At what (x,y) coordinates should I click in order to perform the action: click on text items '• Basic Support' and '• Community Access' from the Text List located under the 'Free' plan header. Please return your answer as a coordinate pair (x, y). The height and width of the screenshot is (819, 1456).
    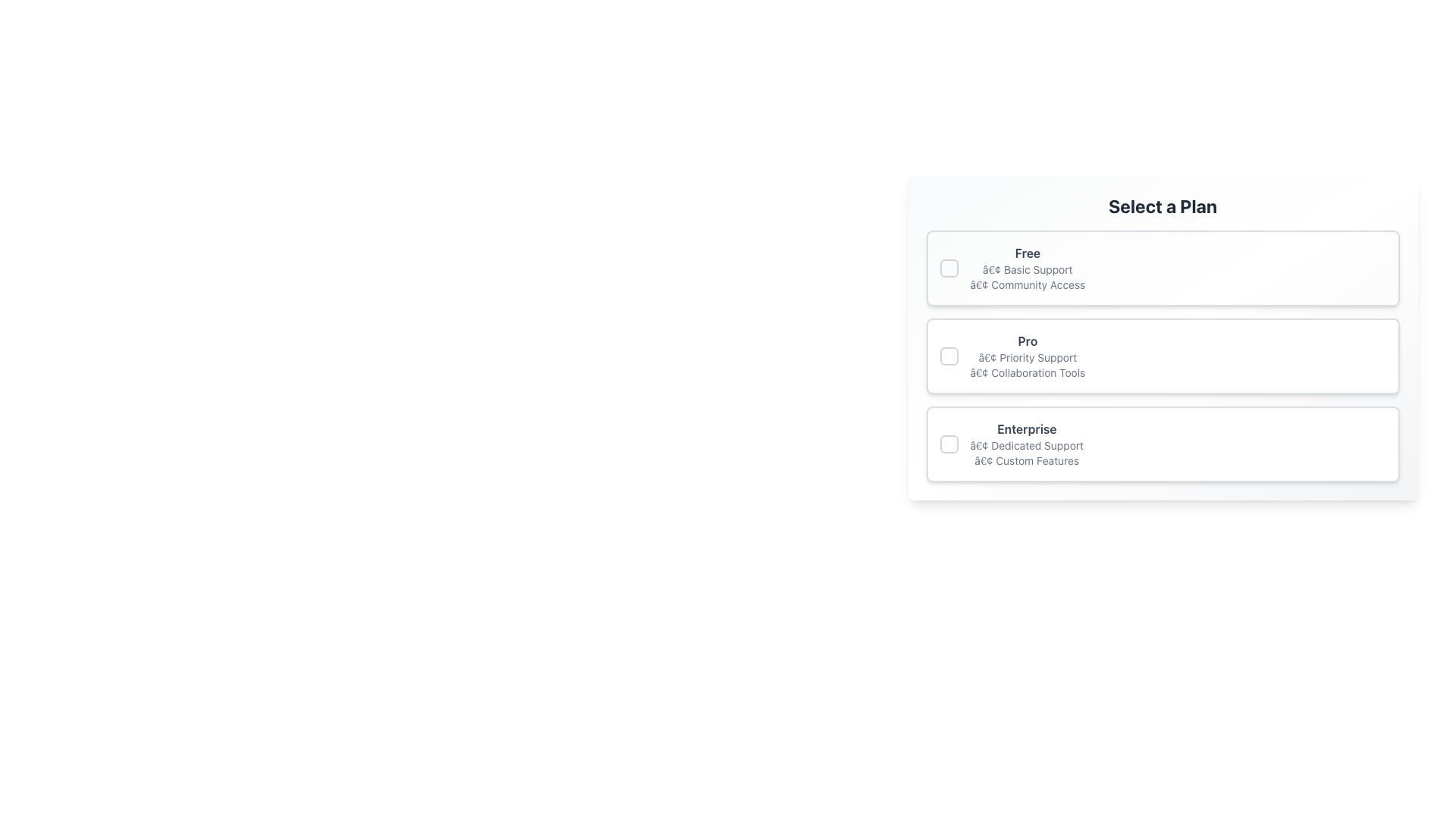
    Looking at the image, I should click on (1028, 278).